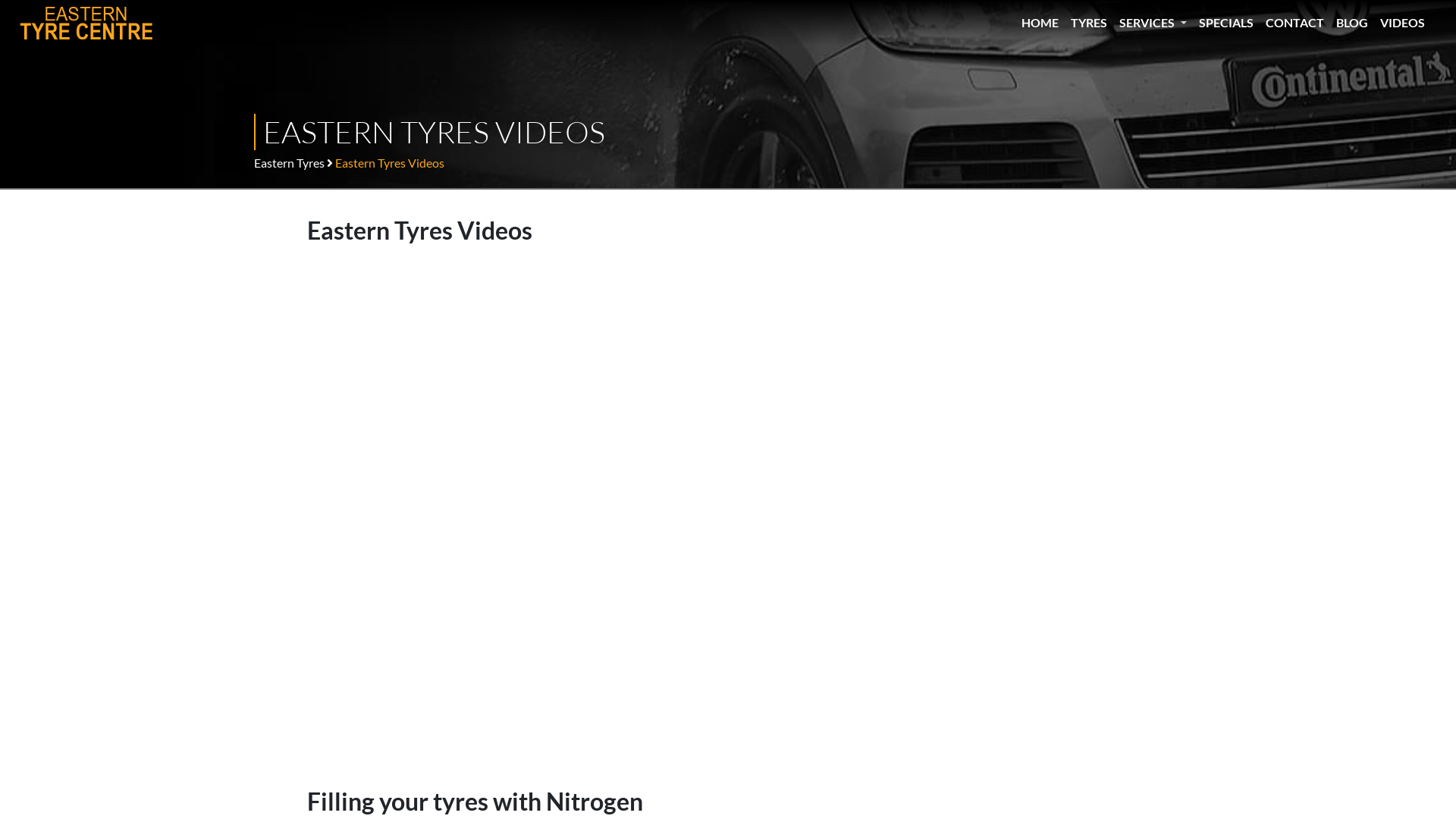  What do you see at coordinates (1095, 23) in the screenshot?
I see `'TYRES'` at bounding box center [1095, 23].